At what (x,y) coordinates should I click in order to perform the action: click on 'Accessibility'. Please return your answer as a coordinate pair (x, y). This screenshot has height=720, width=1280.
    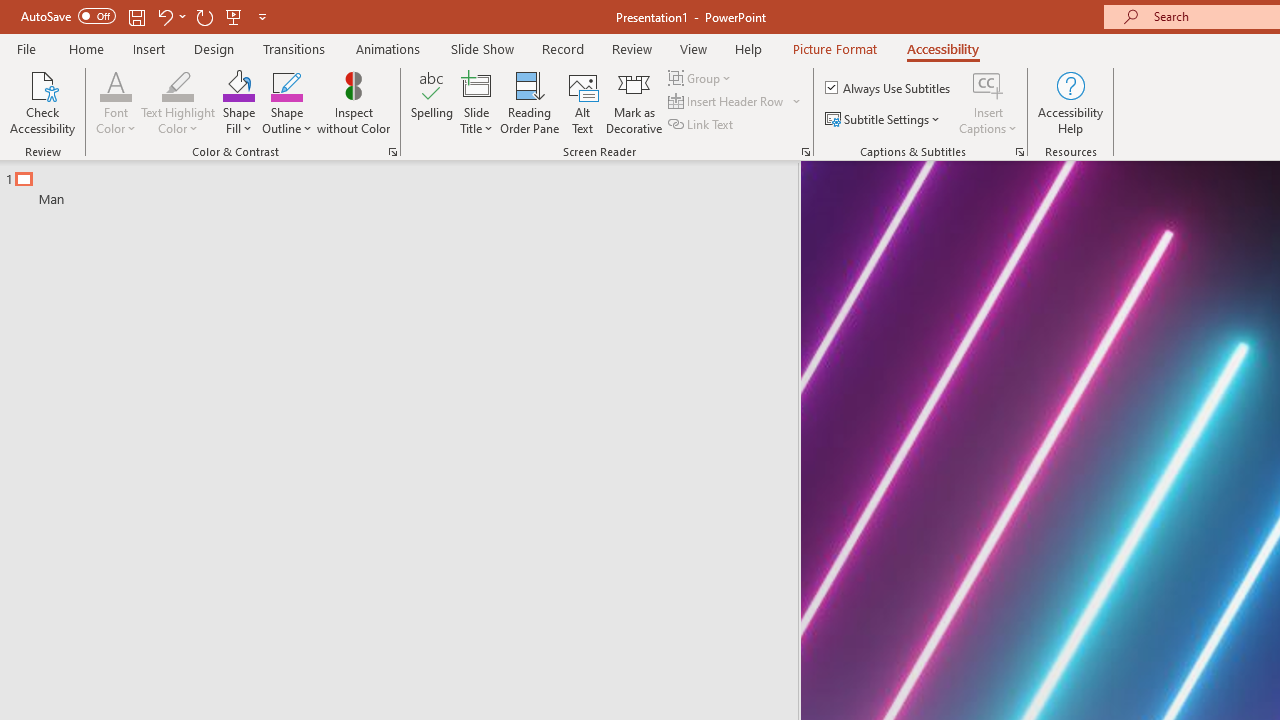
    Looking at the image, I should click on (941, 48).